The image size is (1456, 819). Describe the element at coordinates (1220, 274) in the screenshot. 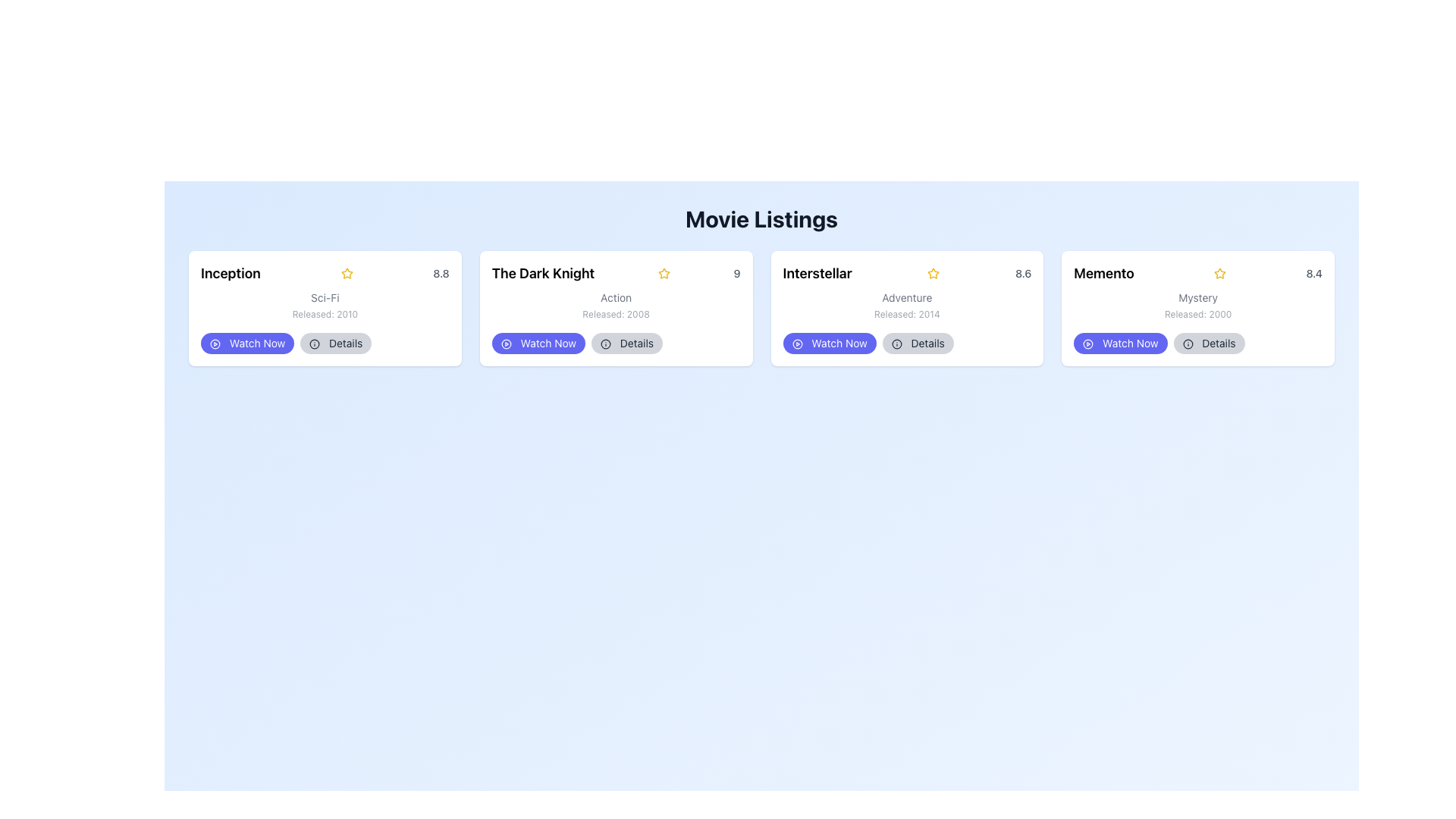

I see `the yellow outlined star icon filled with white, located adjacent to the movie title 'Memento' and before the rating score '8.4', positioned in the fourth card of the movie listings grid` at that location.